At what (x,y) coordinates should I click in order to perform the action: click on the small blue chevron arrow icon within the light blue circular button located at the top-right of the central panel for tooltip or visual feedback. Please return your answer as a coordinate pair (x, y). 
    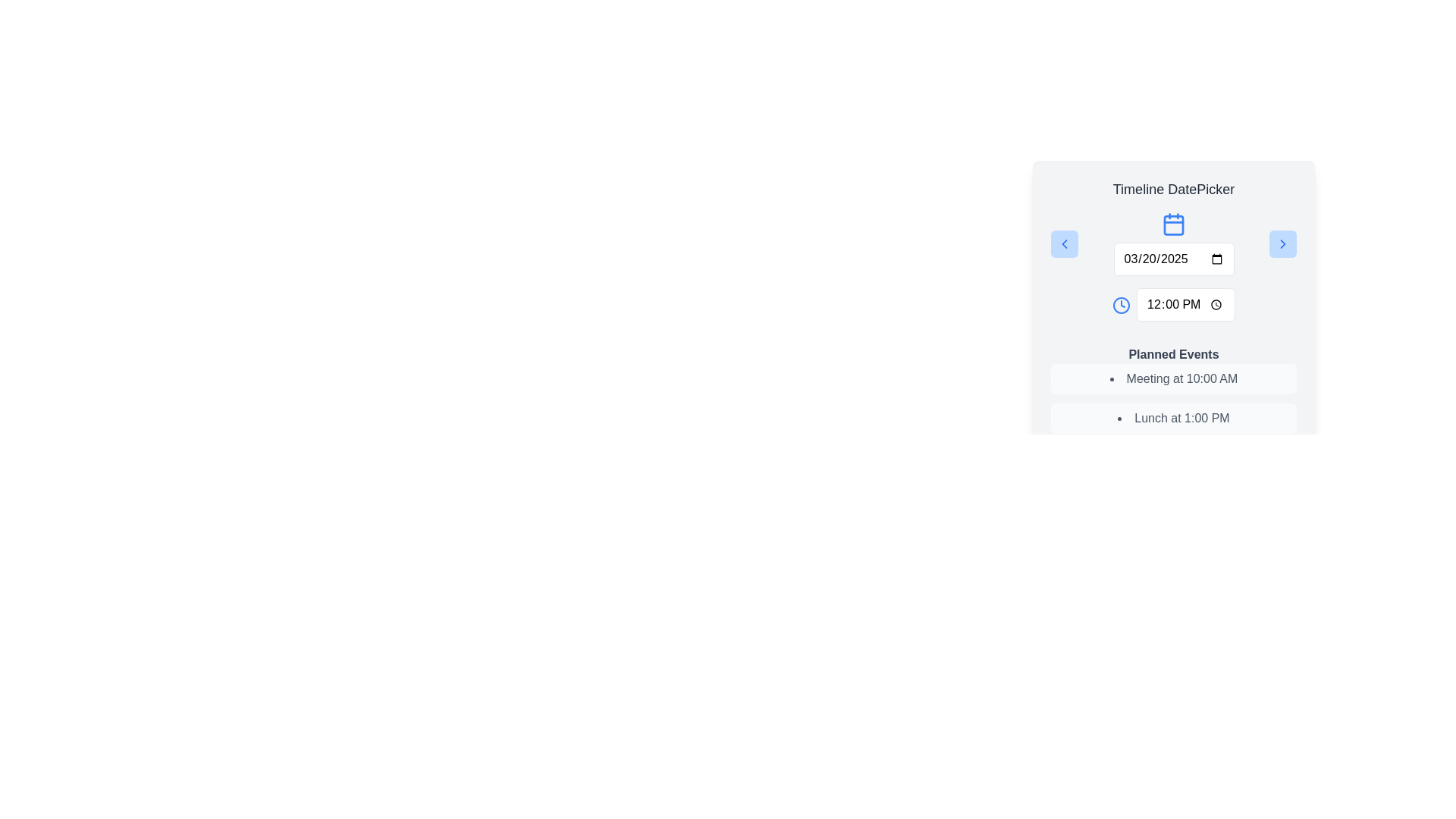
    Looking at the image, I should click on (1282, 243).